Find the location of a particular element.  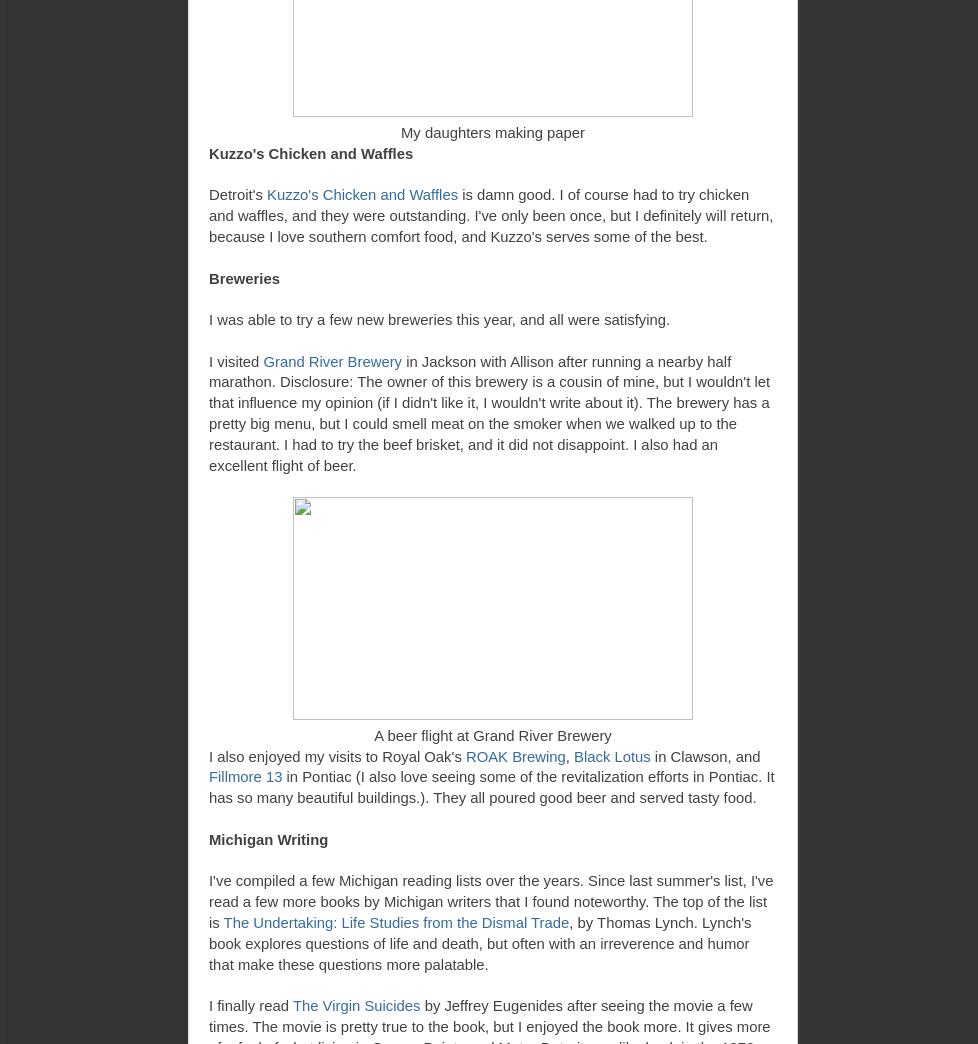

'Detroit's' is located at coordinates (238, 194).